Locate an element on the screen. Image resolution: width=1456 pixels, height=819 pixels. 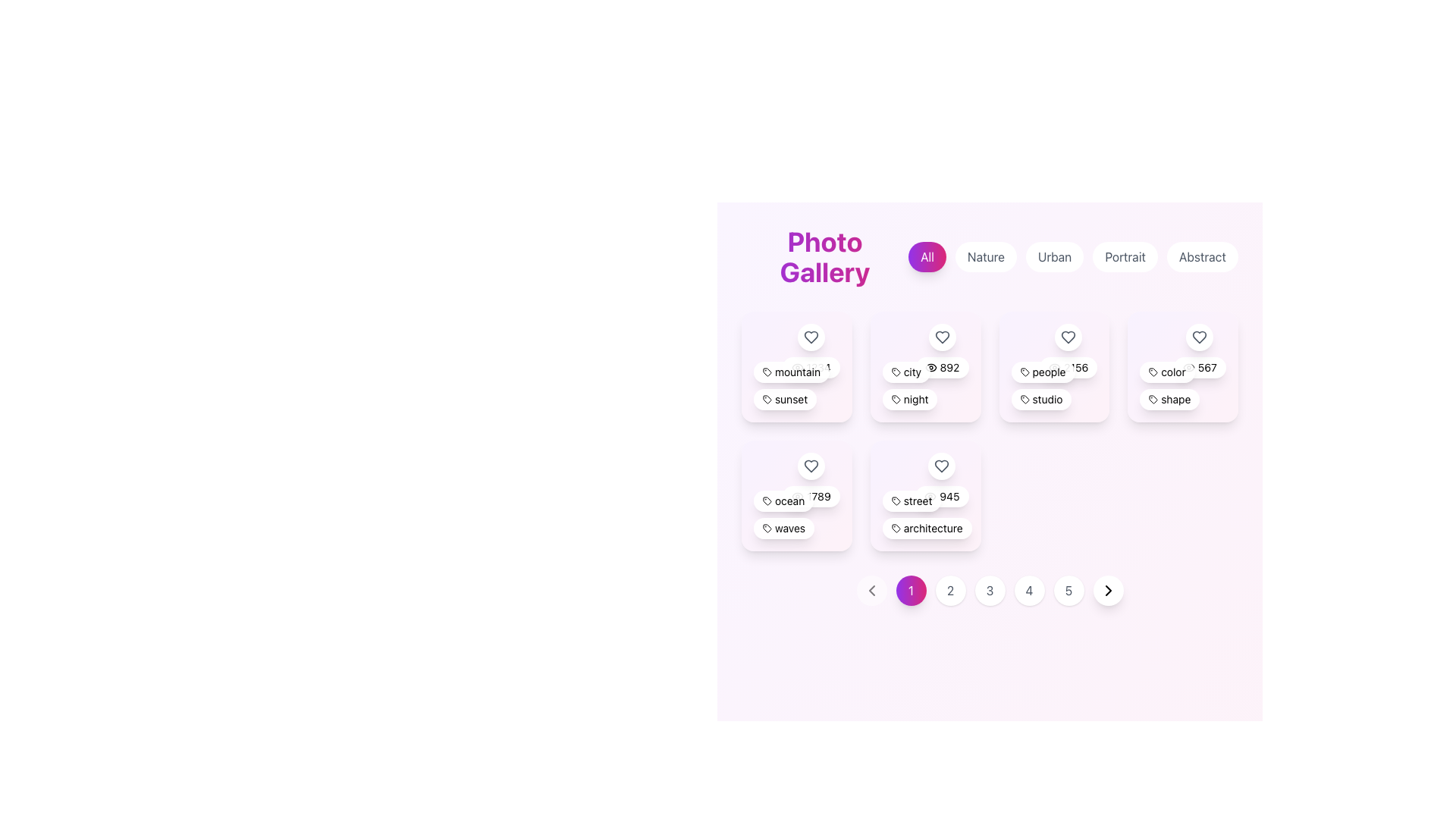
the first tag labeled 'ocean' in the tag group of the 'Photo Gallery' interface is located at coordinates (783, 500).